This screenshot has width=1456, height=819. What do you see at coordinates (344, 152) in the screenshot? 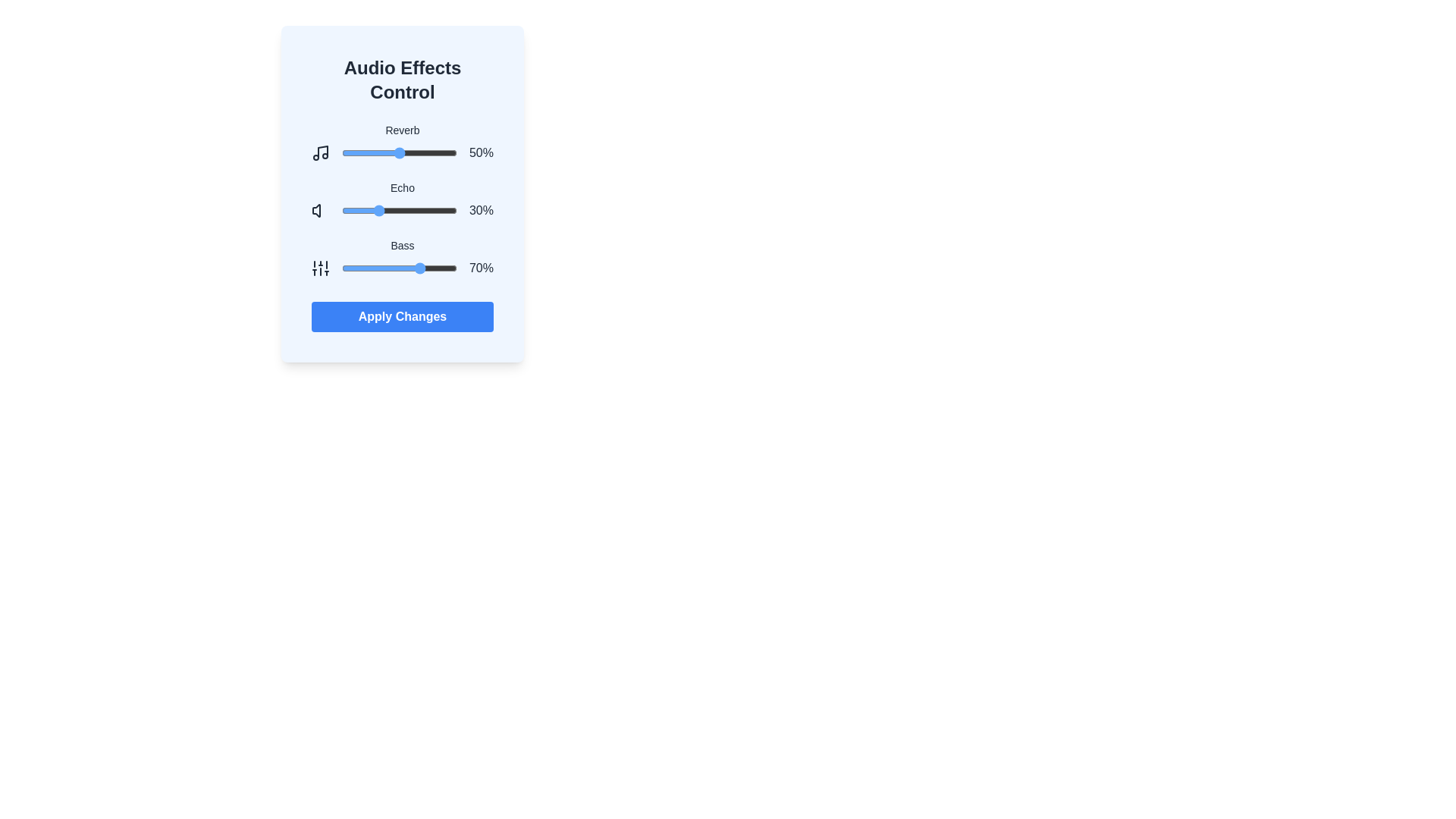
I see `the reverb effect` at bounding box center [344, 152].